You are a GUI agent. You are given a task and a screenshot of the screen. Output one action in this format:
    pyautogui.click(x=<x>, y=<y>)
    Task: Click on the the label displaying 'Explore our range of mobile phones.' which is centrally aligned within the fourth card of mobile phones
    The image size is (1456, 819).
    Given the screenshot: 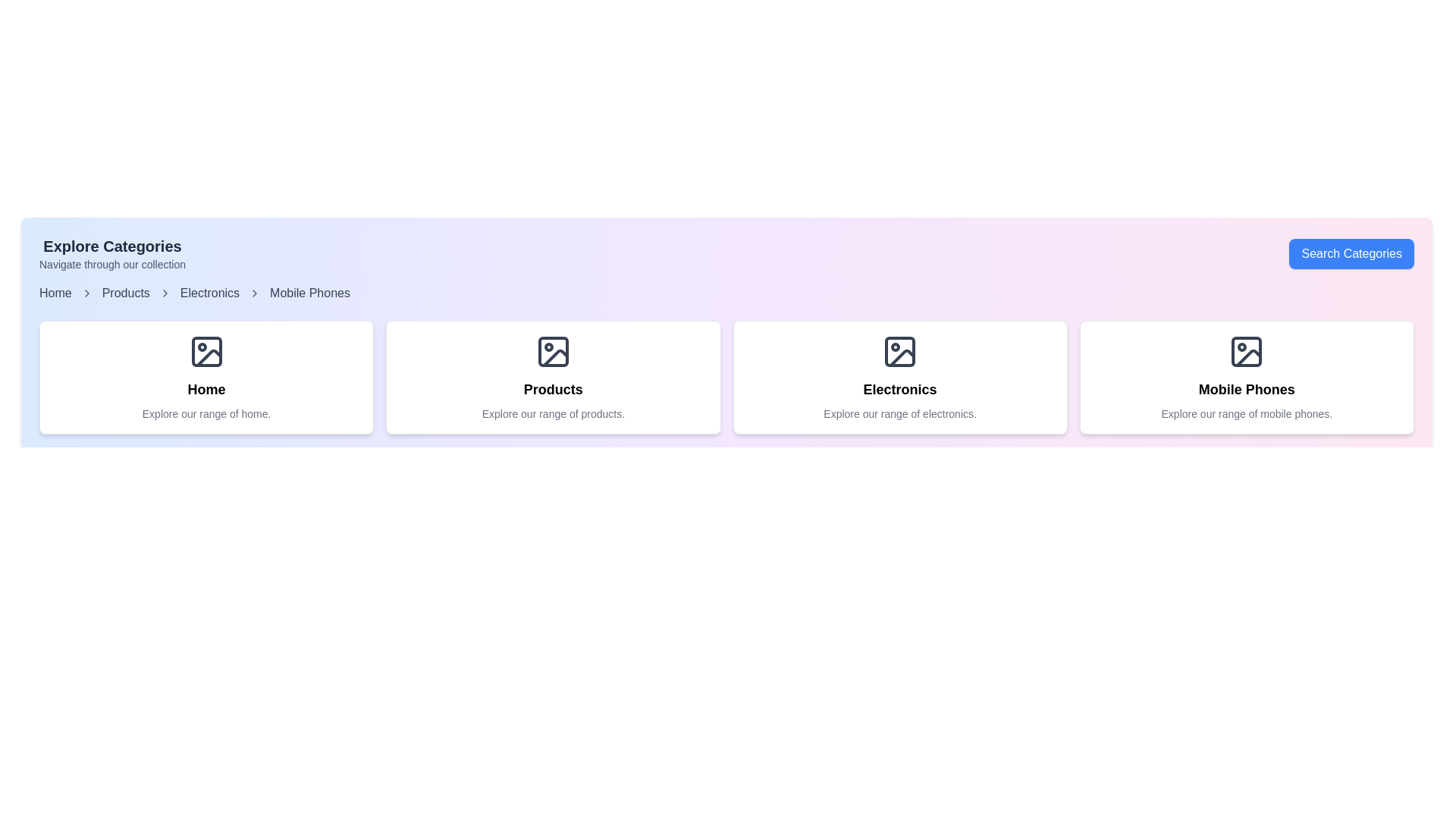 What is the action you would take?
    pyautogui.click(x=1247, y=414)
    